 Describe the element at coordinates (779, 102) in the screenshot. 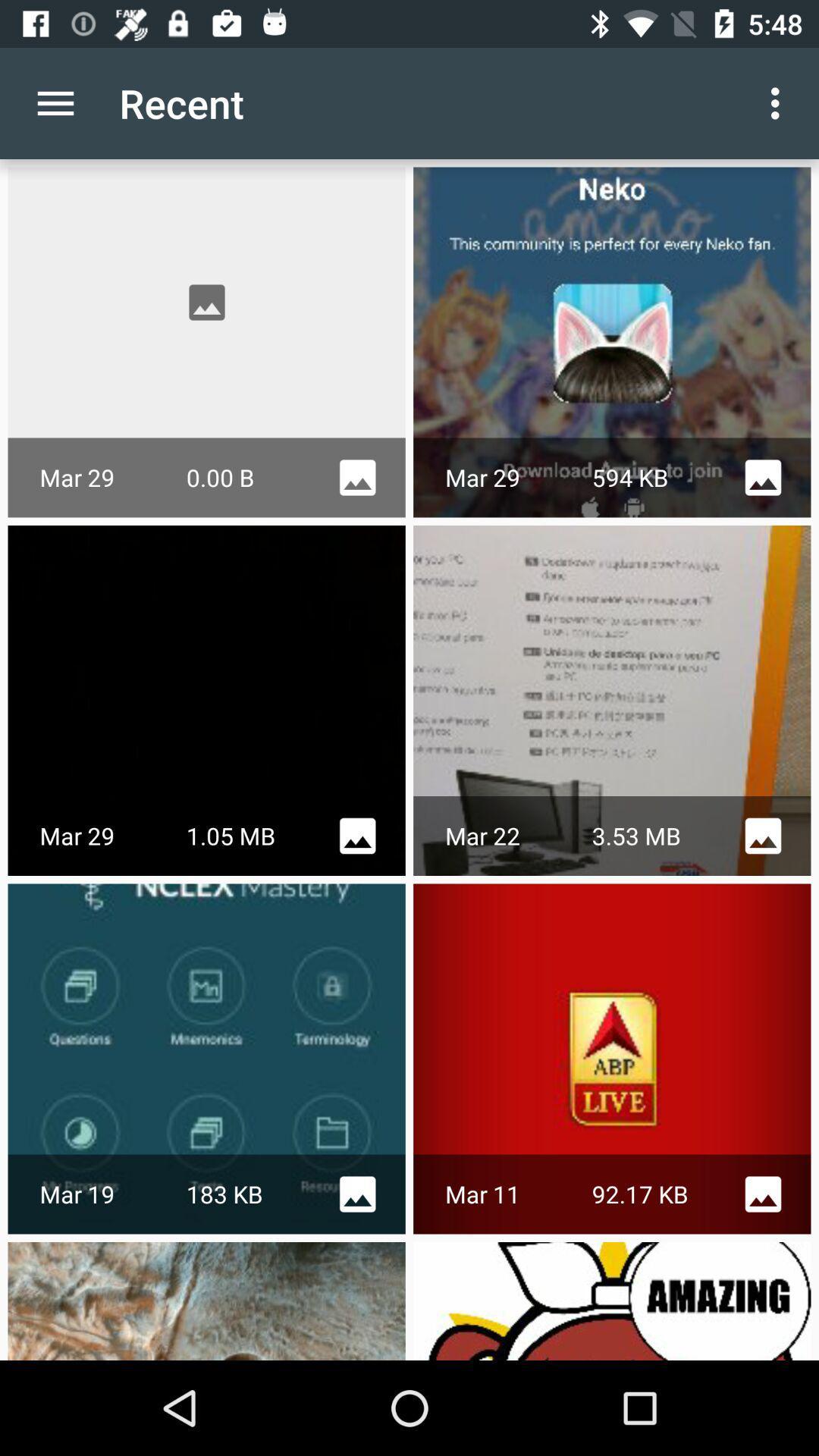

I see `the item to the right of recent item` at that location.